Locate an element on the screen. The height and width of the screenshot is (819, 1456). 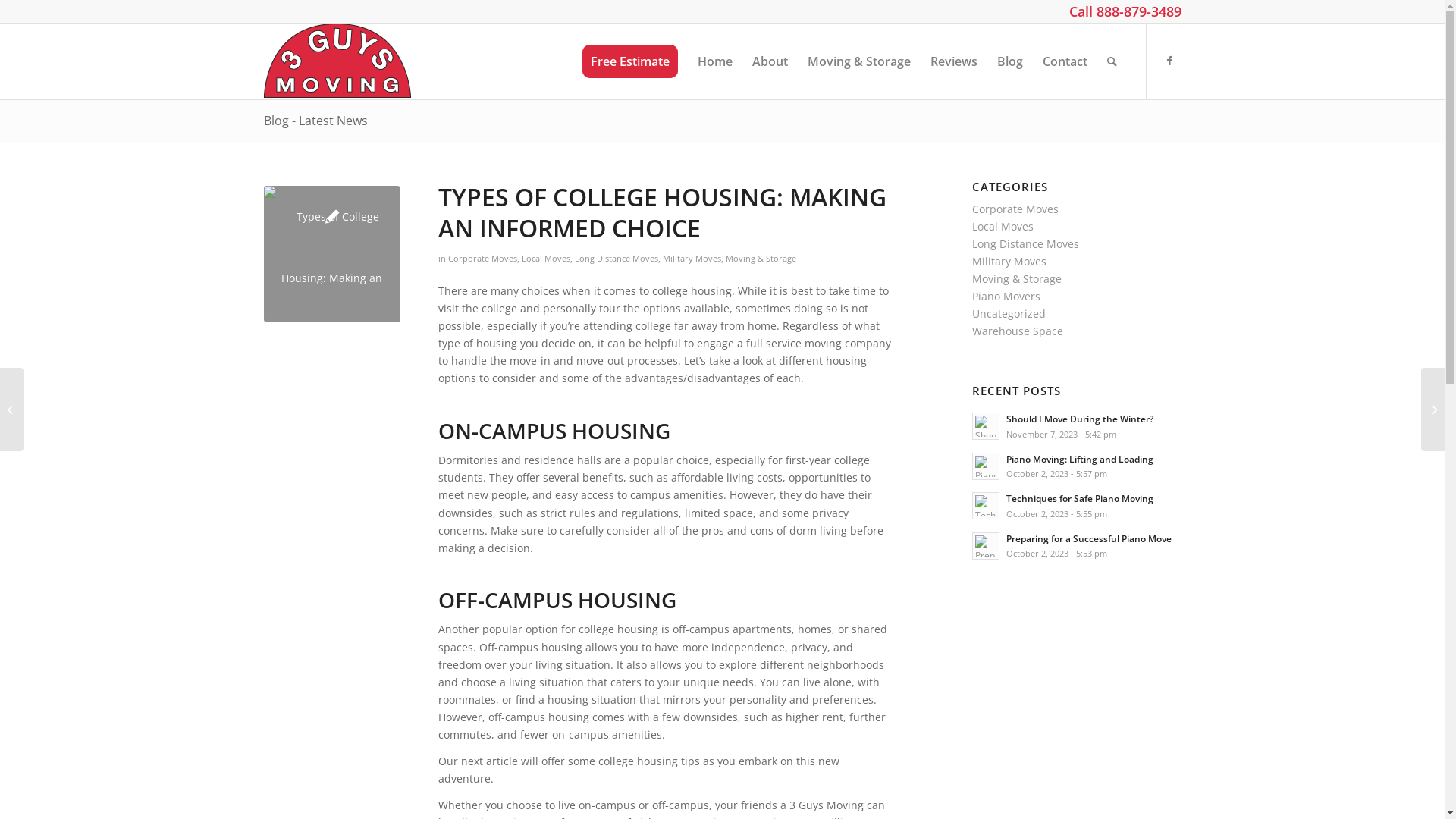
'Warehouse Space' is located at coordinates (1018, 330).